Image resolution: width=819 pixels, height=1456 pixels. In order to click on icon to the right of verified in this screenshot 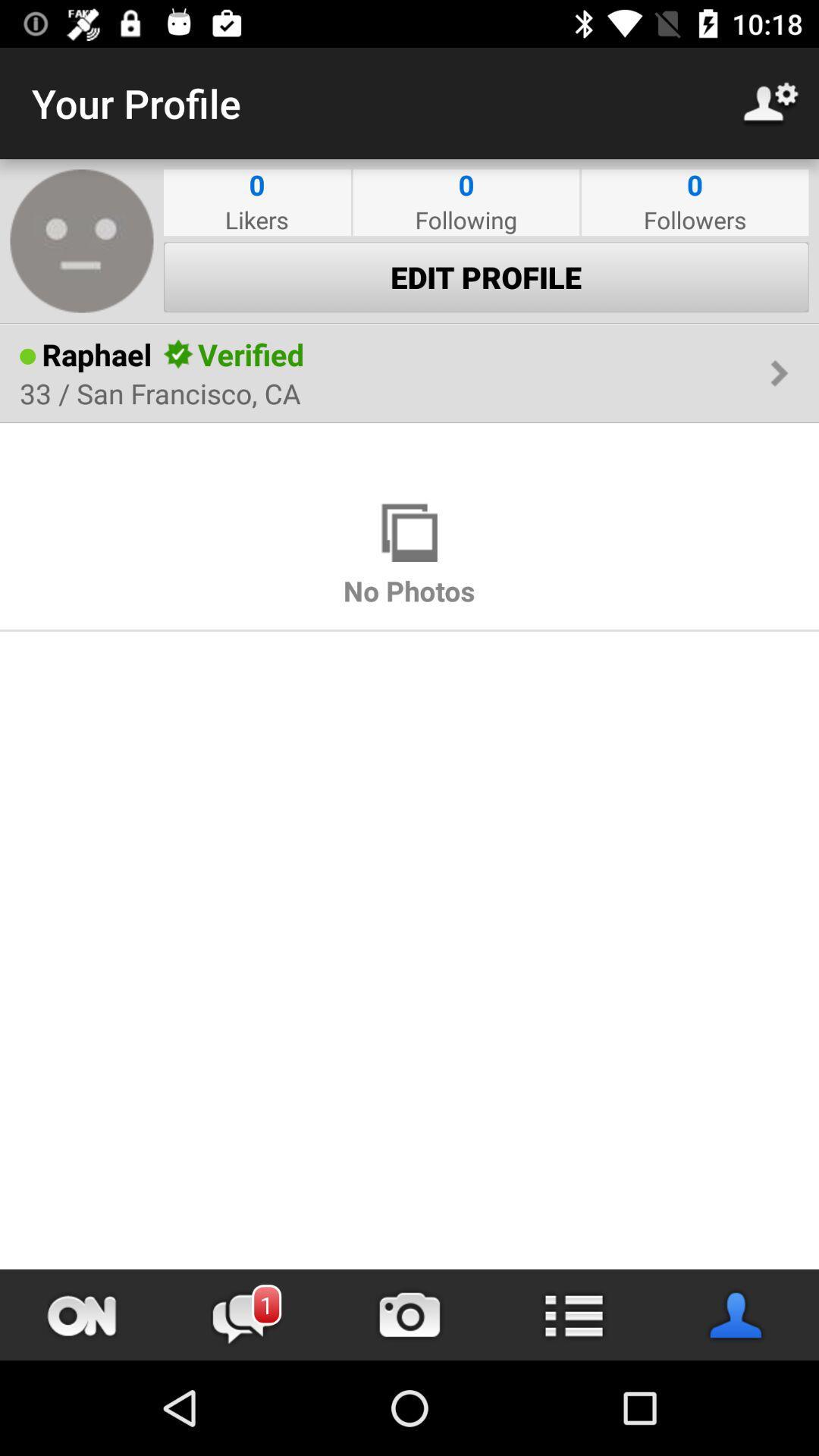, I will do `click(536, 353)`.